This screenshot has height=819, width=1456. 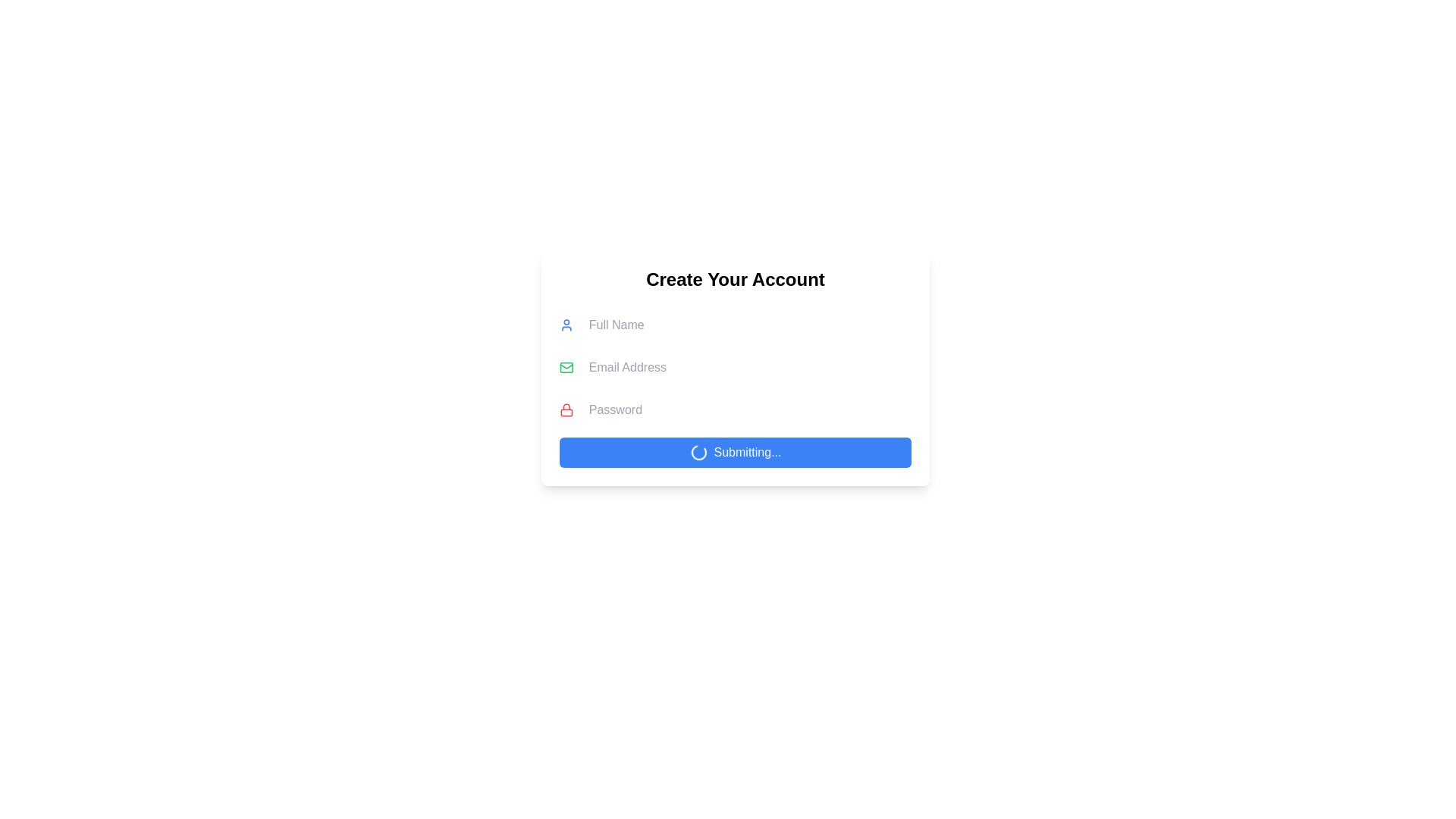 What do you see at coordinates (566, 409) in the screenshot?
I see `the locking mechanism icon located to the left of the 'Password' text input field in the 'Create Your Account' form` at bounding box center [566, 409].